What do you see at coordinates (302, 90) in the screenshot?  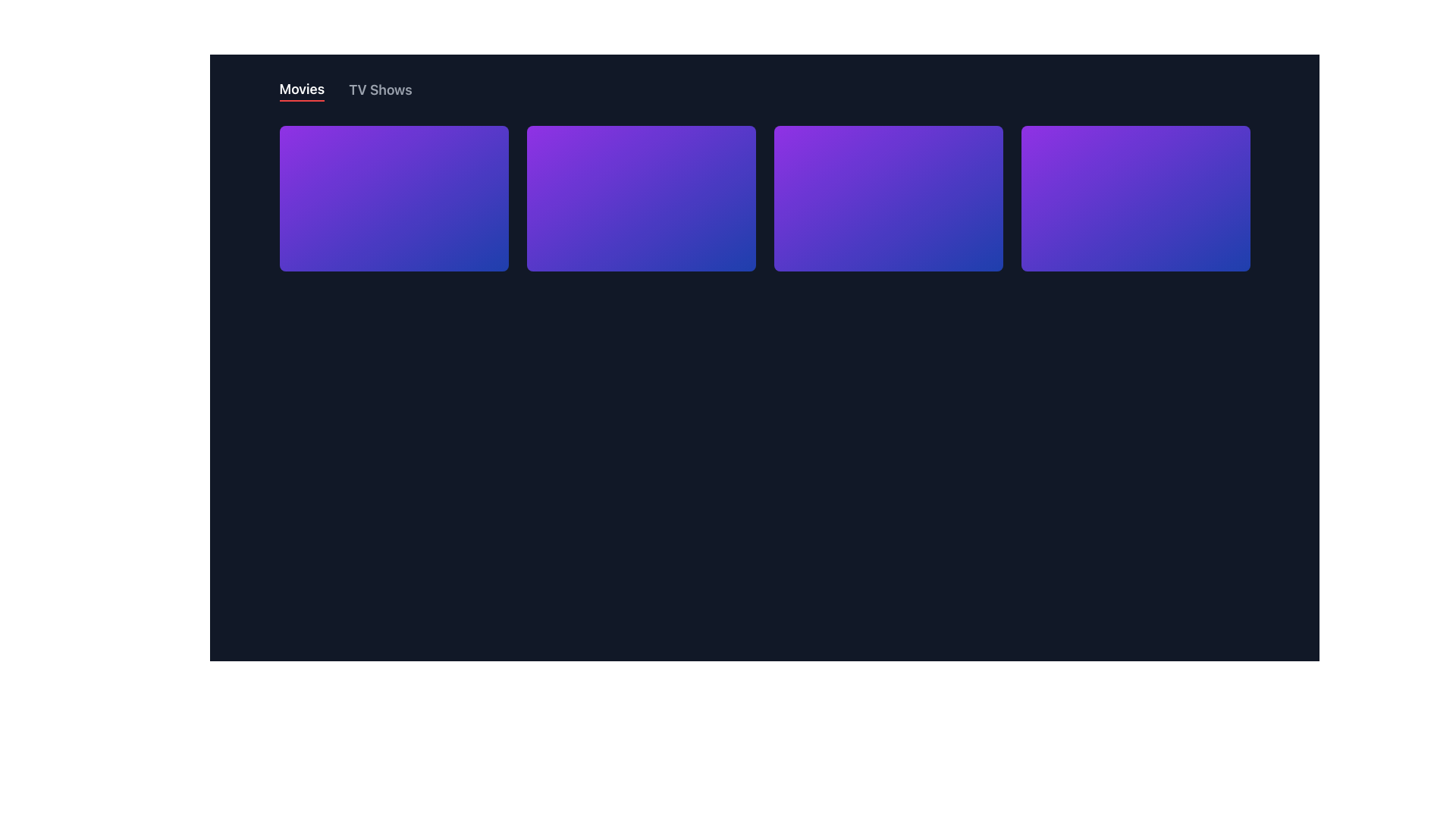 I see `the button located in the top left part of the interface, to the left of the 'TV Shows' label` at bounding box center [302, 90].